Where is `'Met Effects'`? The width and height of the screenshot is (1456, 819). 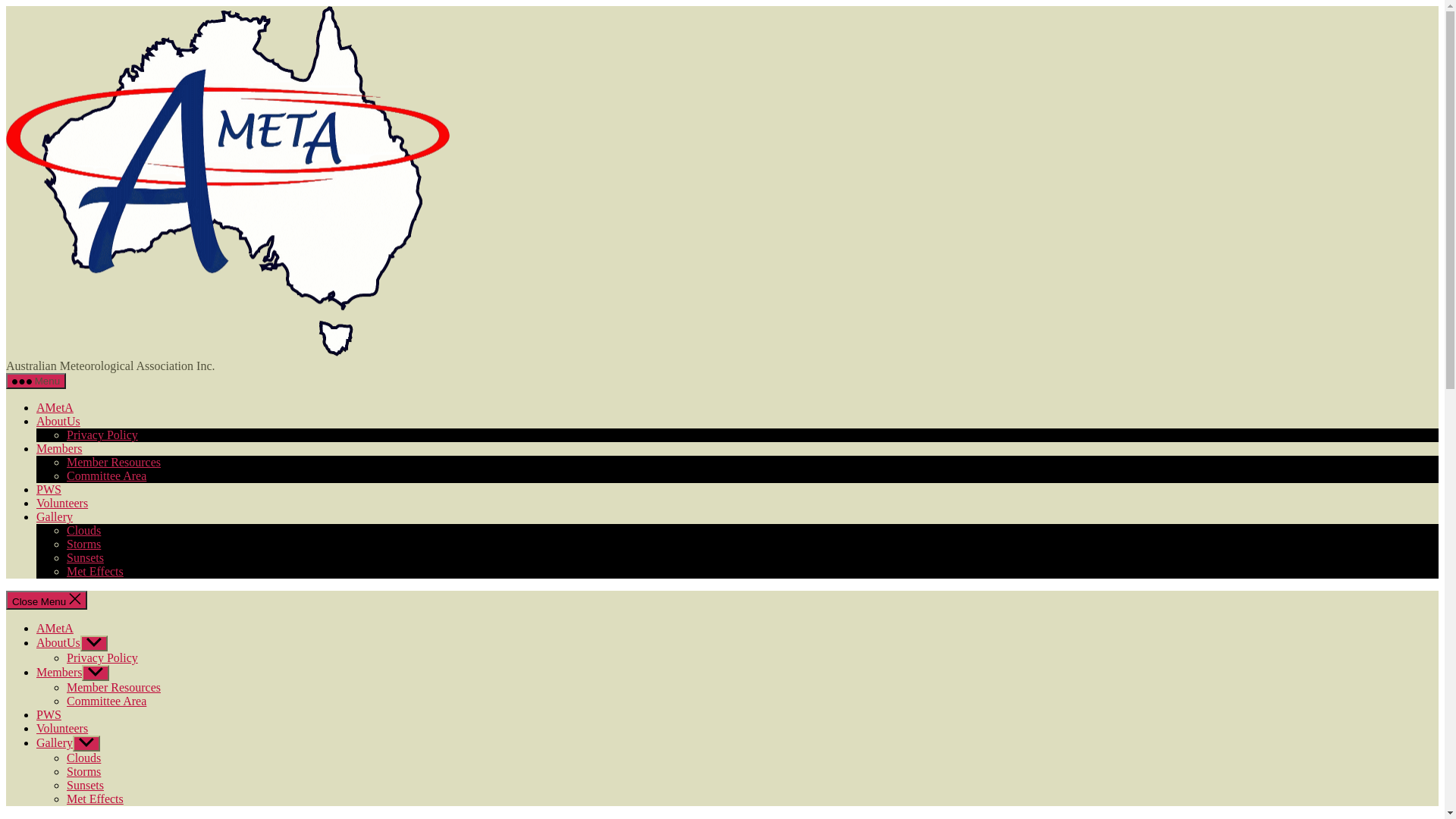 'Met Effects' is located at coordinates (94, 798).